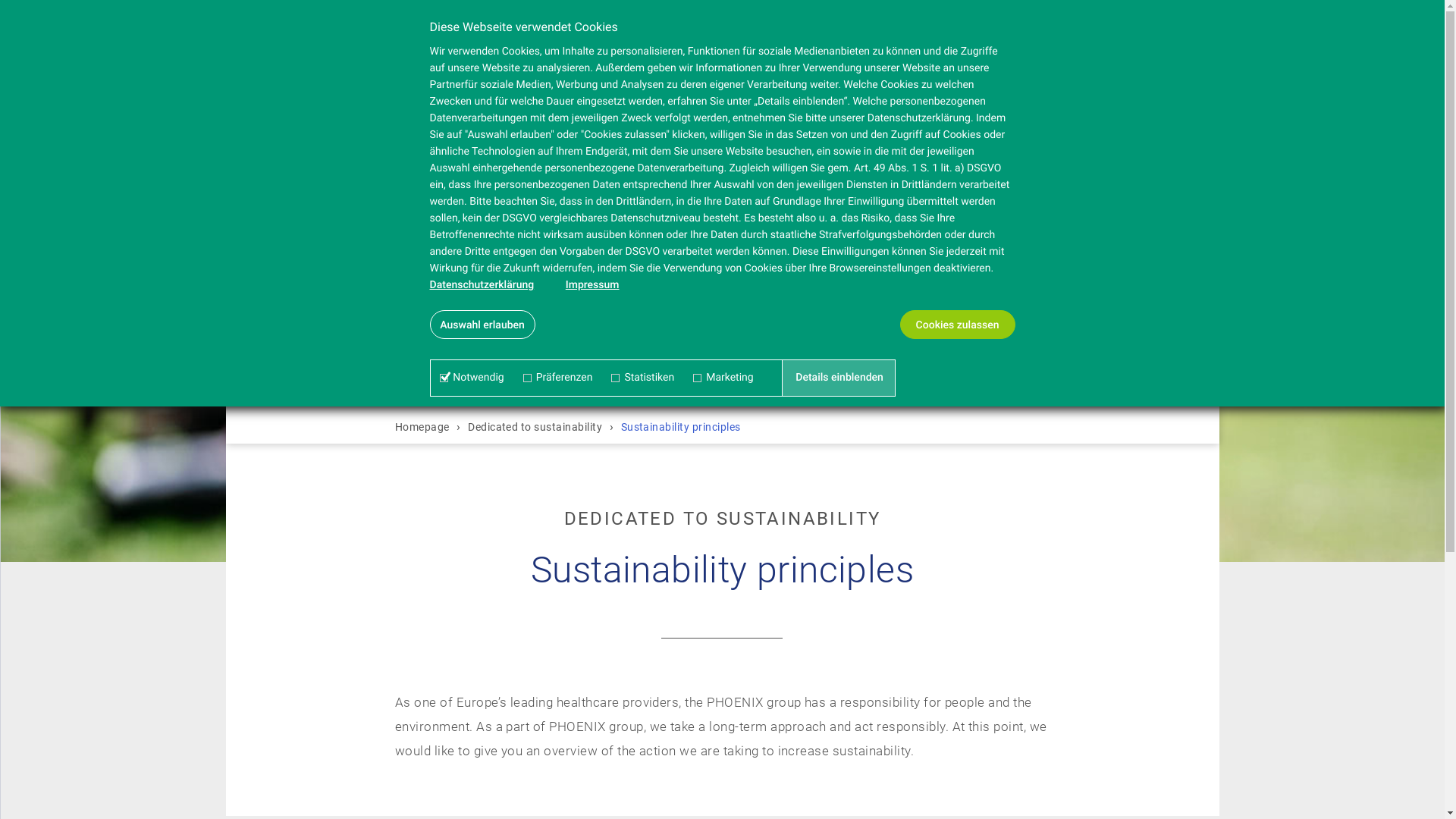  I want to click on 'Homepage', so click(424, 427).